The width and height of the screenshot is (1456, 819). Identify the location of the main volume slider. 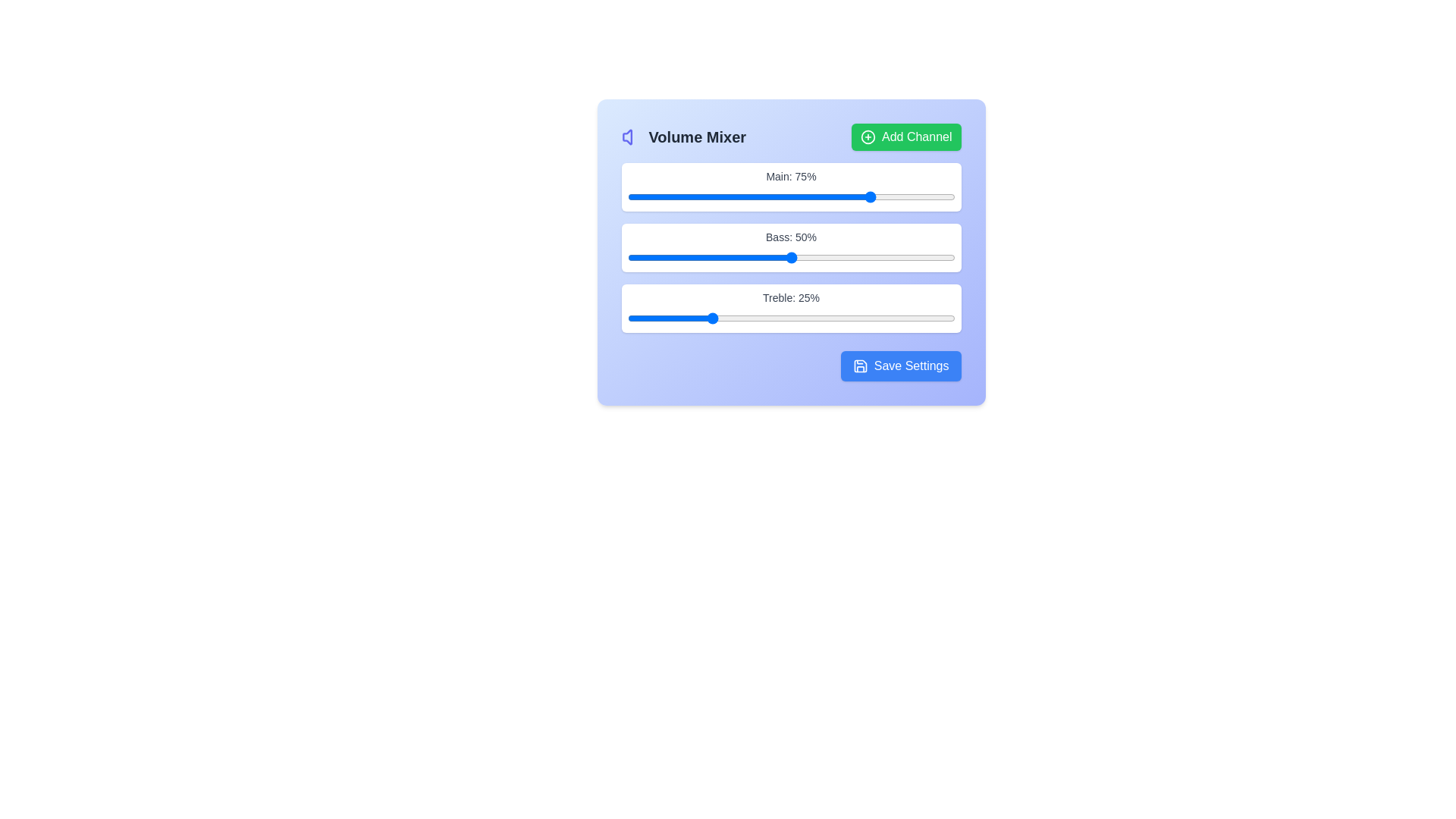
(768, 196).